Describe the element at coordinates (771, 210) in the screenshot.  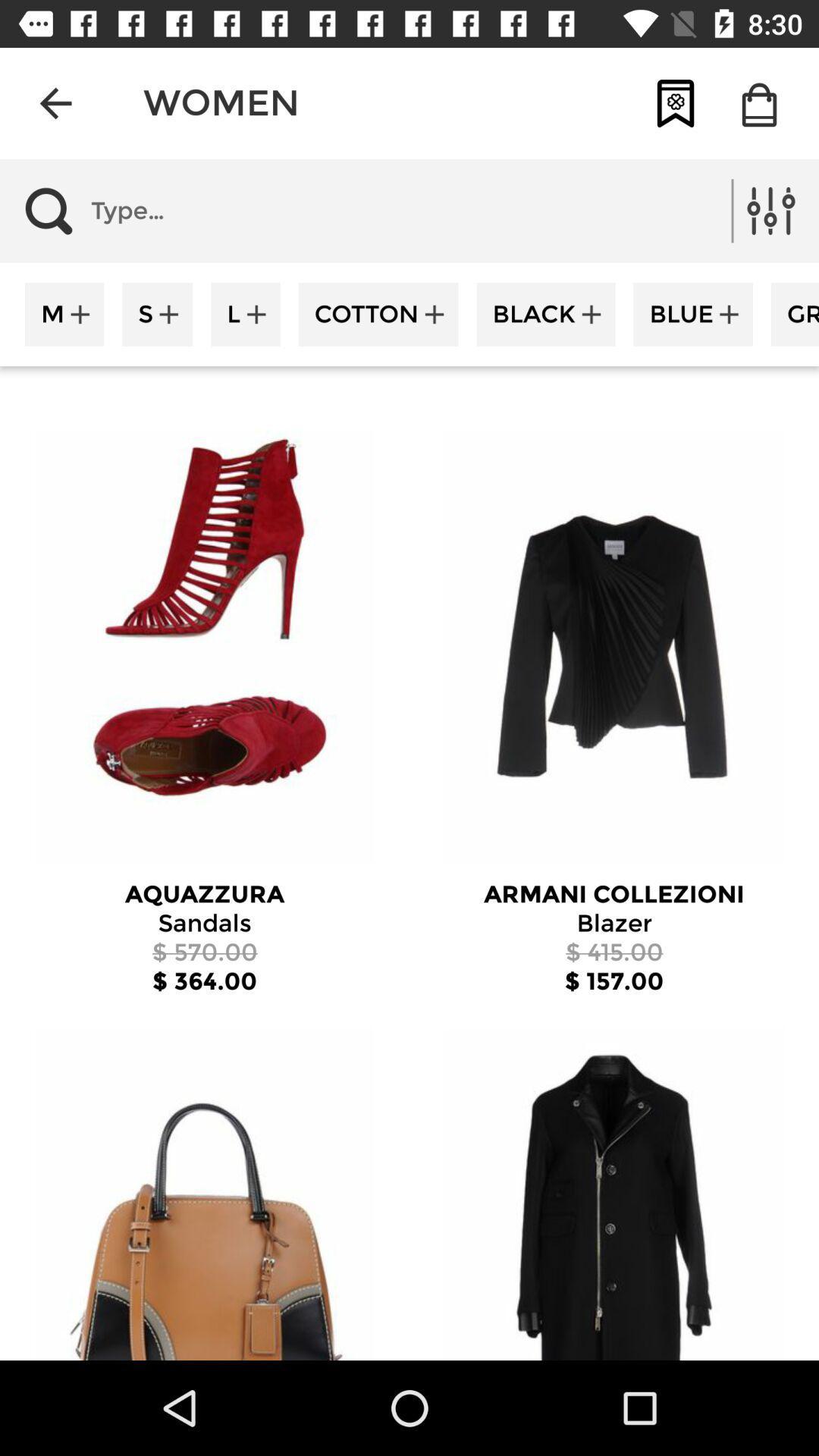
I see `the sliders icon` at that location.